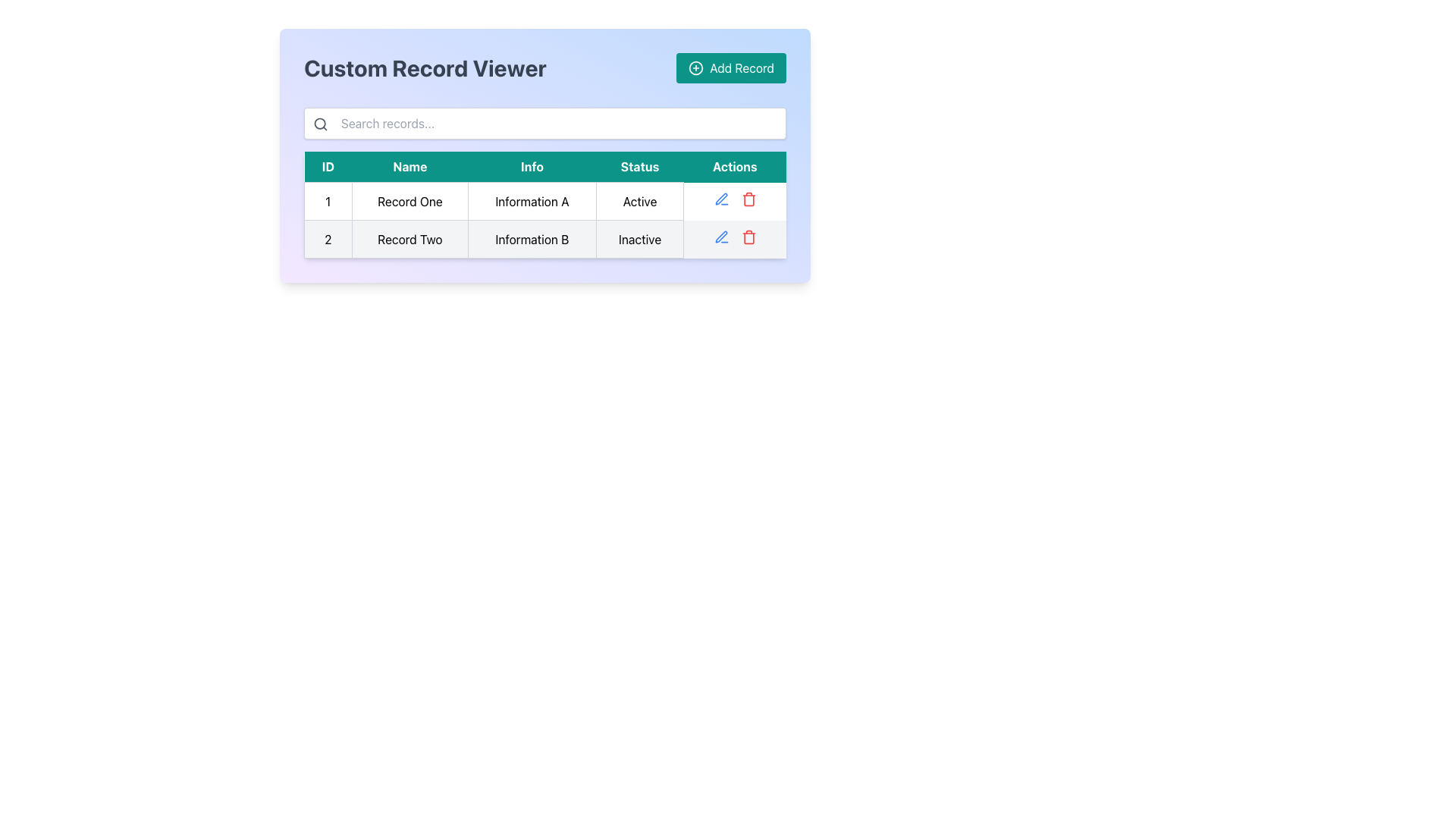  I want to click on the text cell labeled 'Record Two' in the second row of the table under the 'Name' column, so click(409, 239).